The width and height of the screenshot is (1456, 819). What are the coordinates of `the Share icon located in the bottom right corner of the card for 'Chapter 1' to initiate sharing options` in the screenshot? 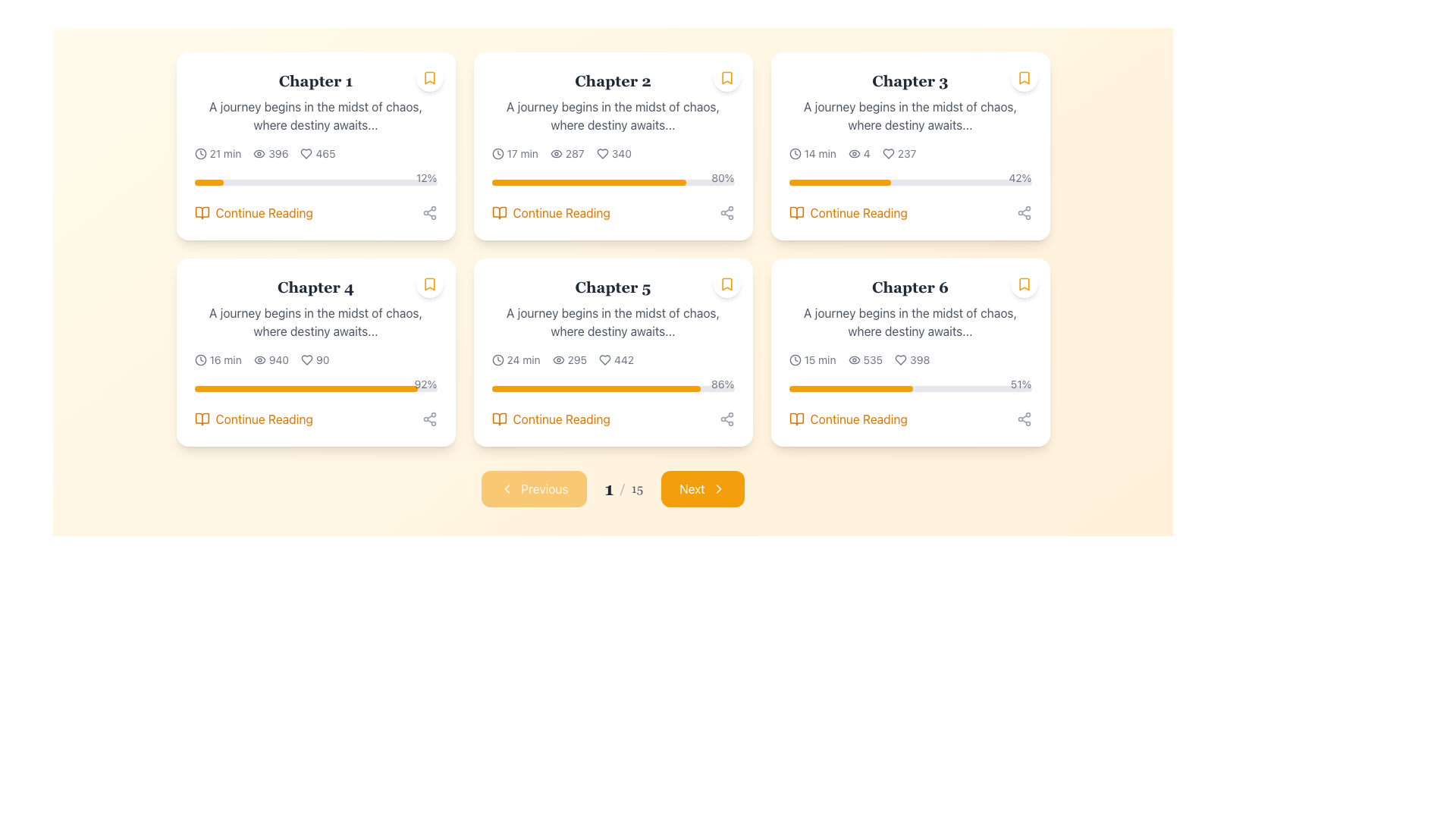 It's located at (428, 213).